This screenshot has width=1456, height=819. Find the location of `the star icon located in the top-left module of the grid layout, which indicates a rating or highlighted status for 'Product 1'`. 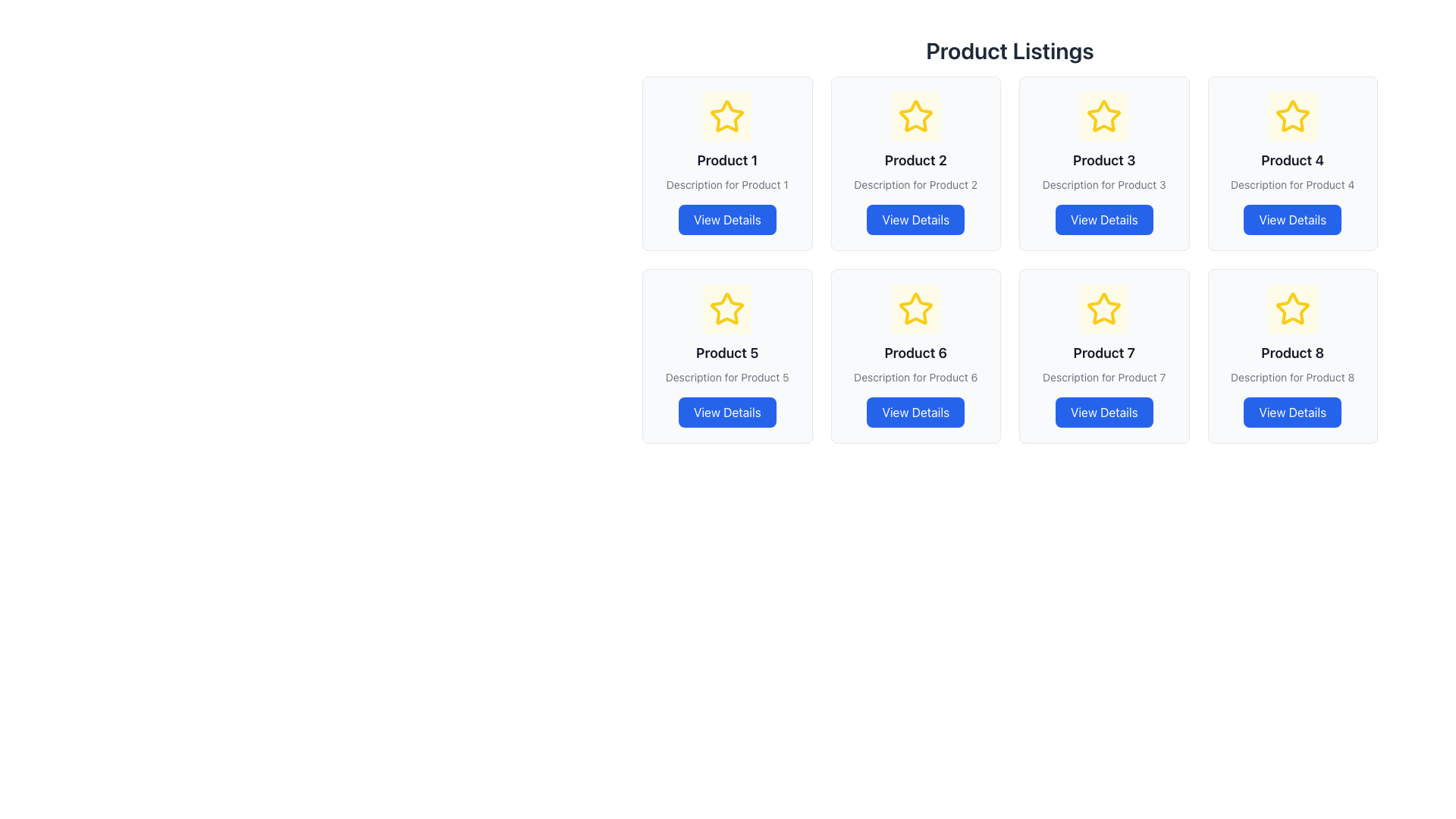

the star icon located in the top-left module of the grid layout, which indicates a rating or highlighted status for 'Product 1' is located at coordinates (726, 115).